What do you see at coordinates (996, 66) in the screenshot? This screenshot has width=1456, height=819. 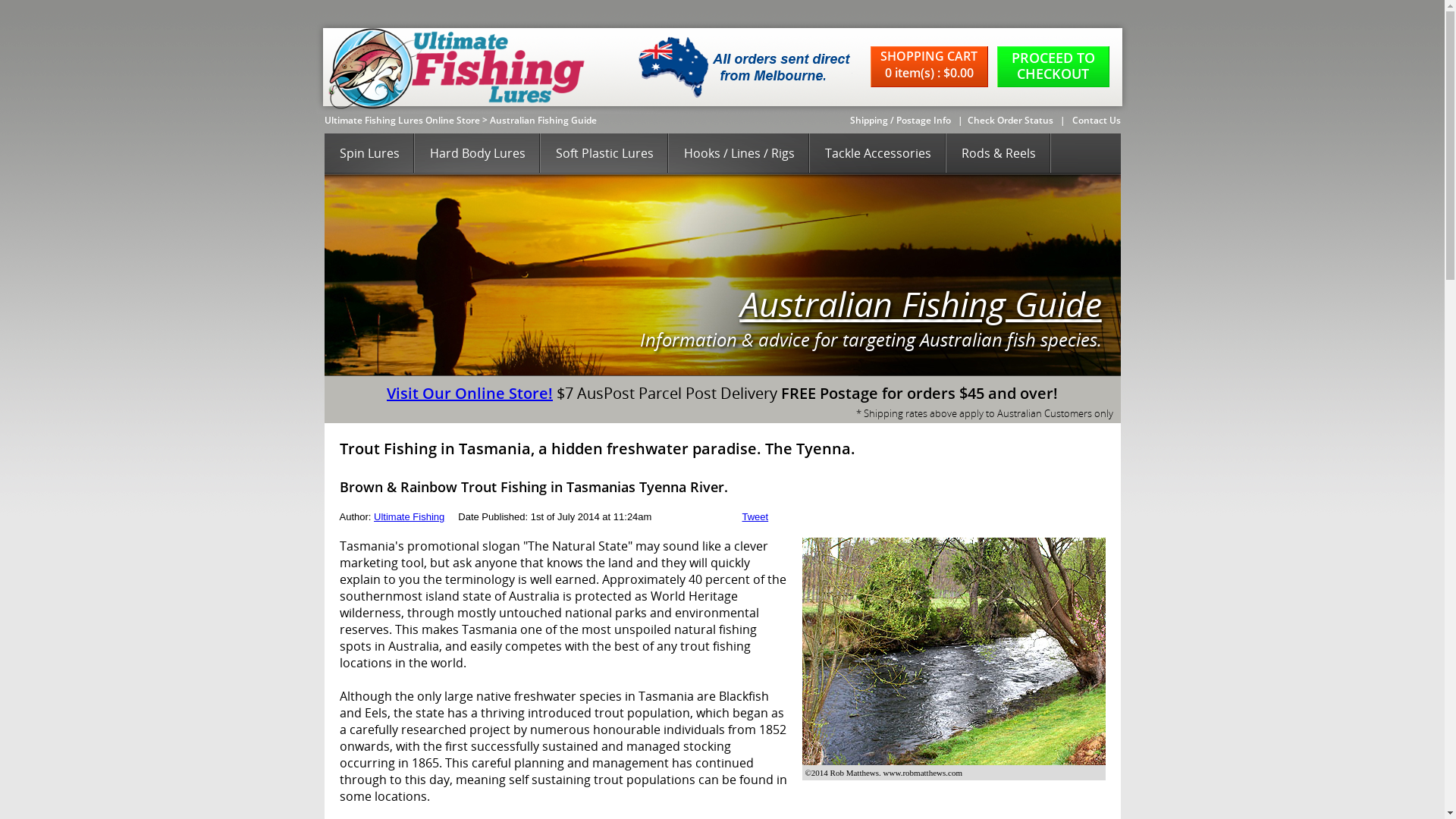 I see `'PROCEED TO CHECKOUT'` at bounding box center [996, 66].